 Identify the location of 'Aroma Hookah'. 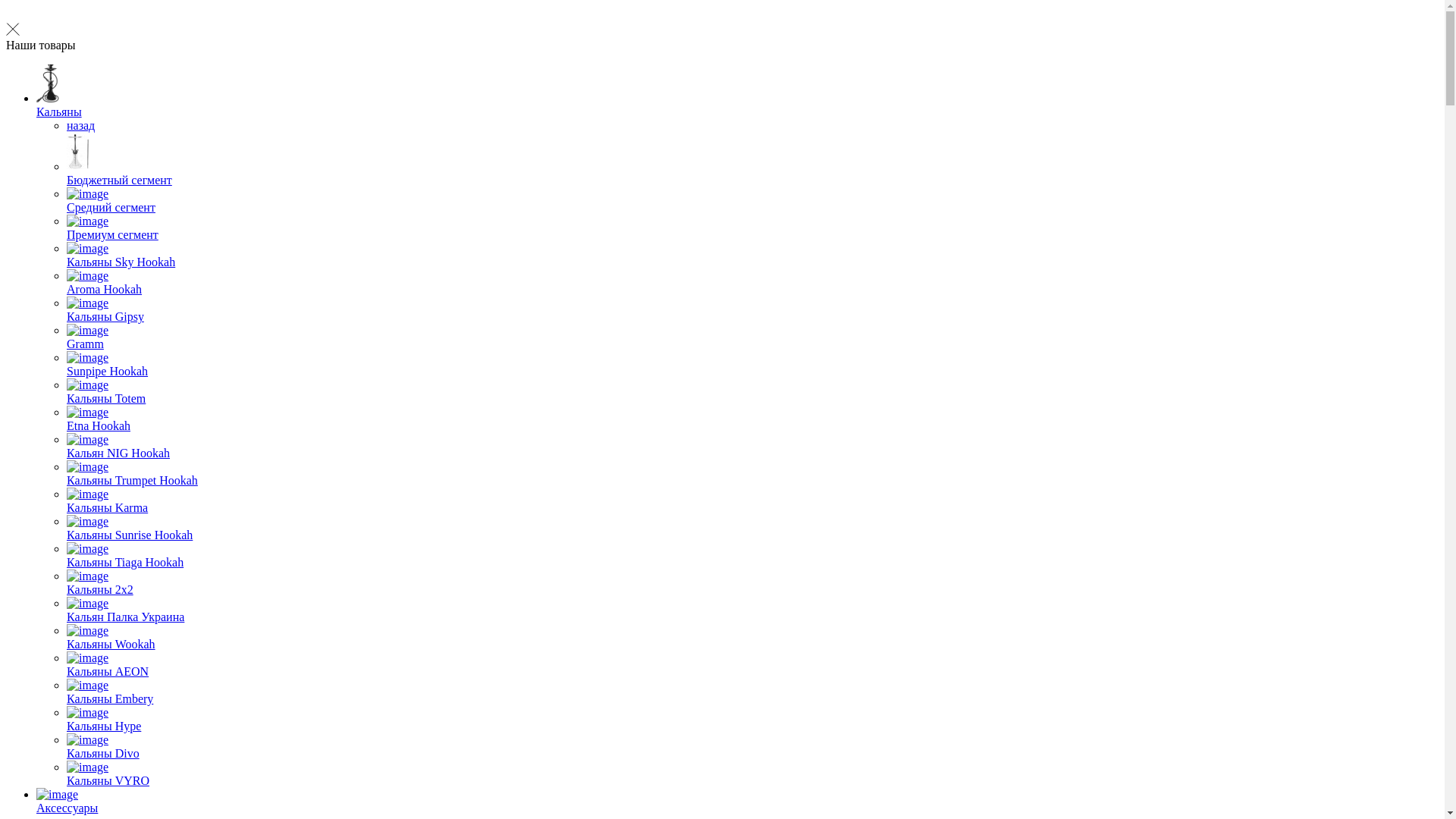
(65, 283).